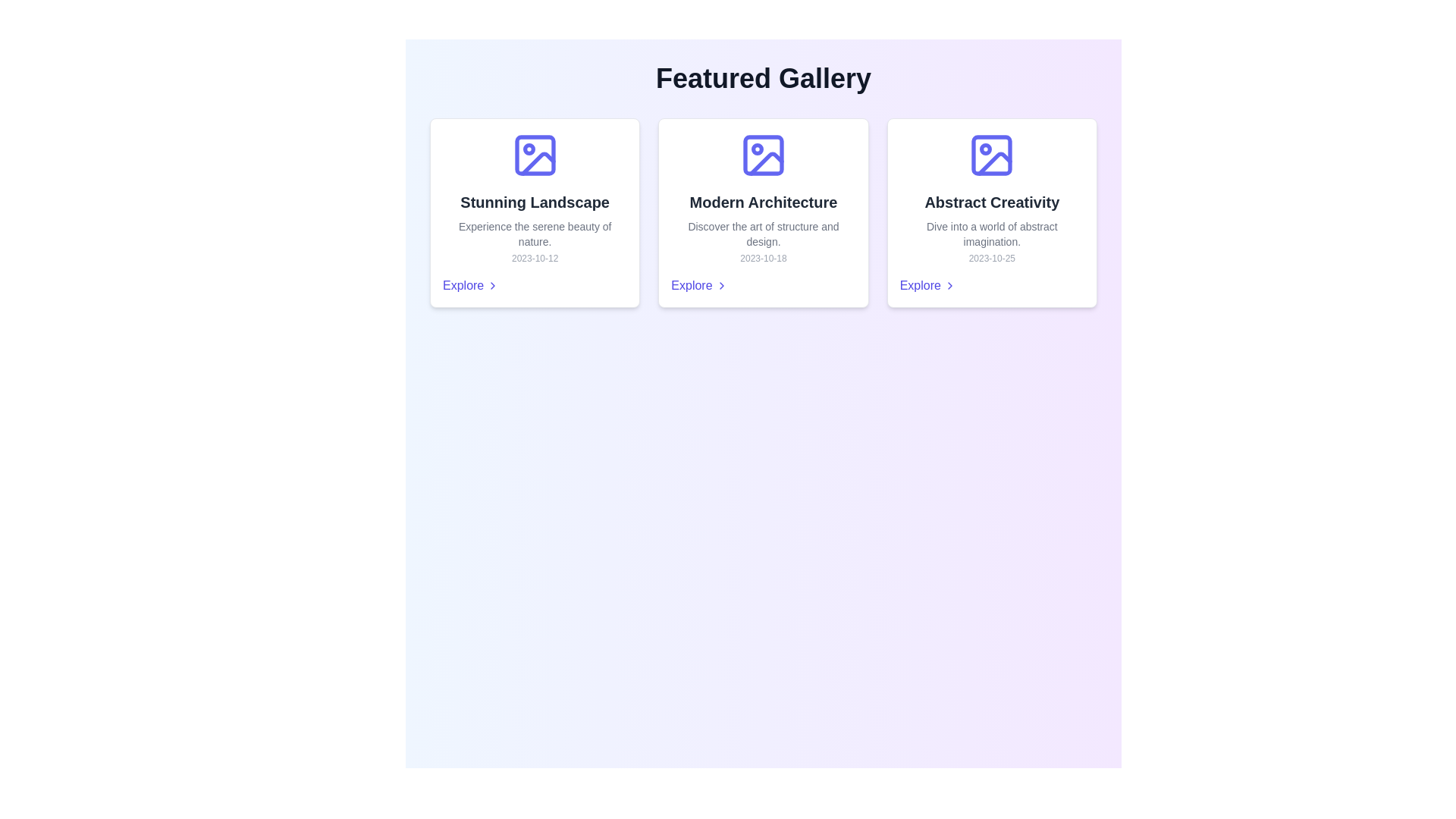 This screenshot has height=819, width=1456. Describe the element at coordinates (992, 213) in the screenshot. I see `the Information Card displaying 'Abstract Creativity', which features a blue icon at the top and is the third card in the 'Featured Gallery' section` at that location.